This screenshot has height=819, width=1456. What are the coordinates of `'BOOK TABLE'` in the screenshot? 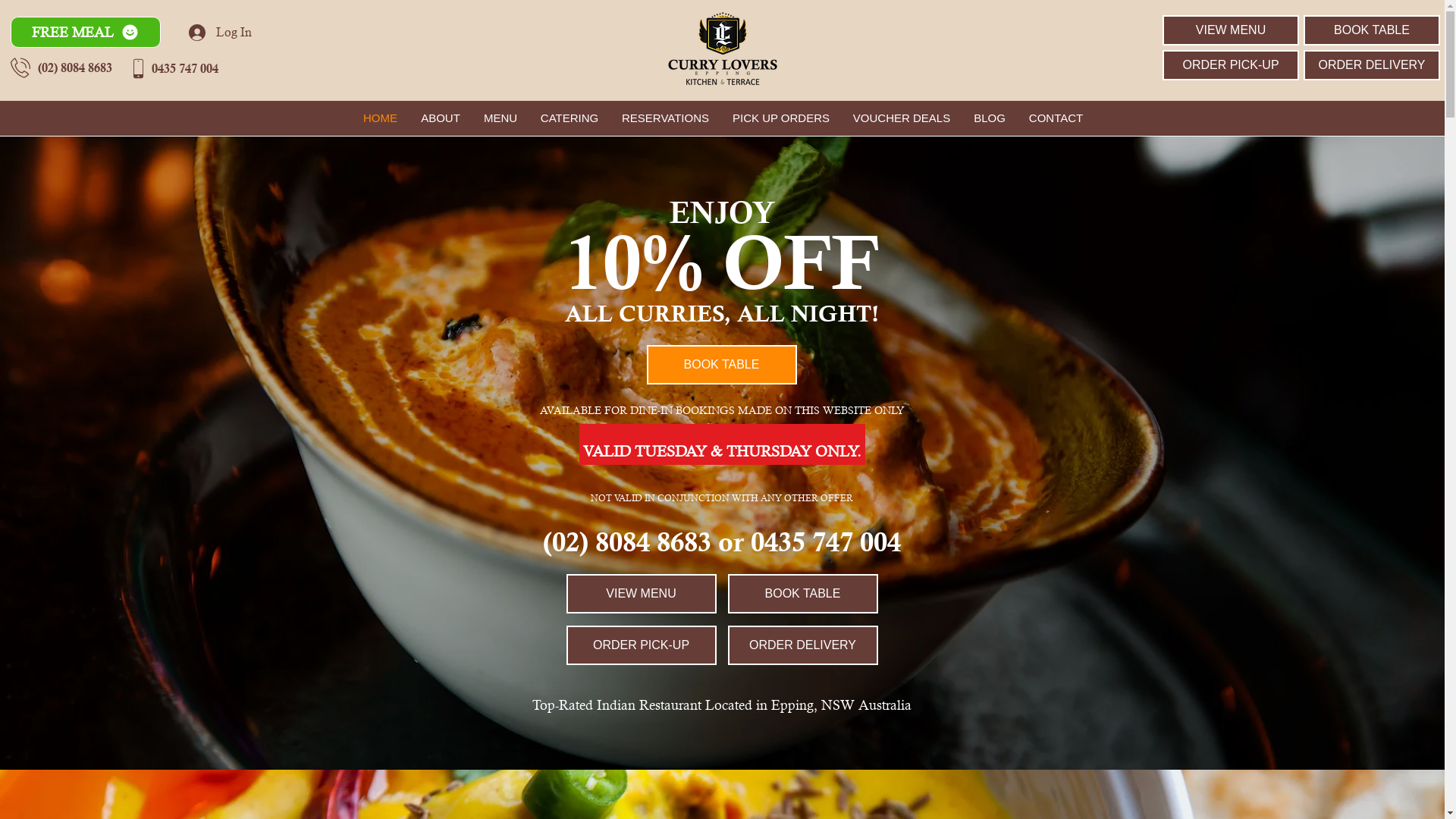 It's located at (1372, 30).